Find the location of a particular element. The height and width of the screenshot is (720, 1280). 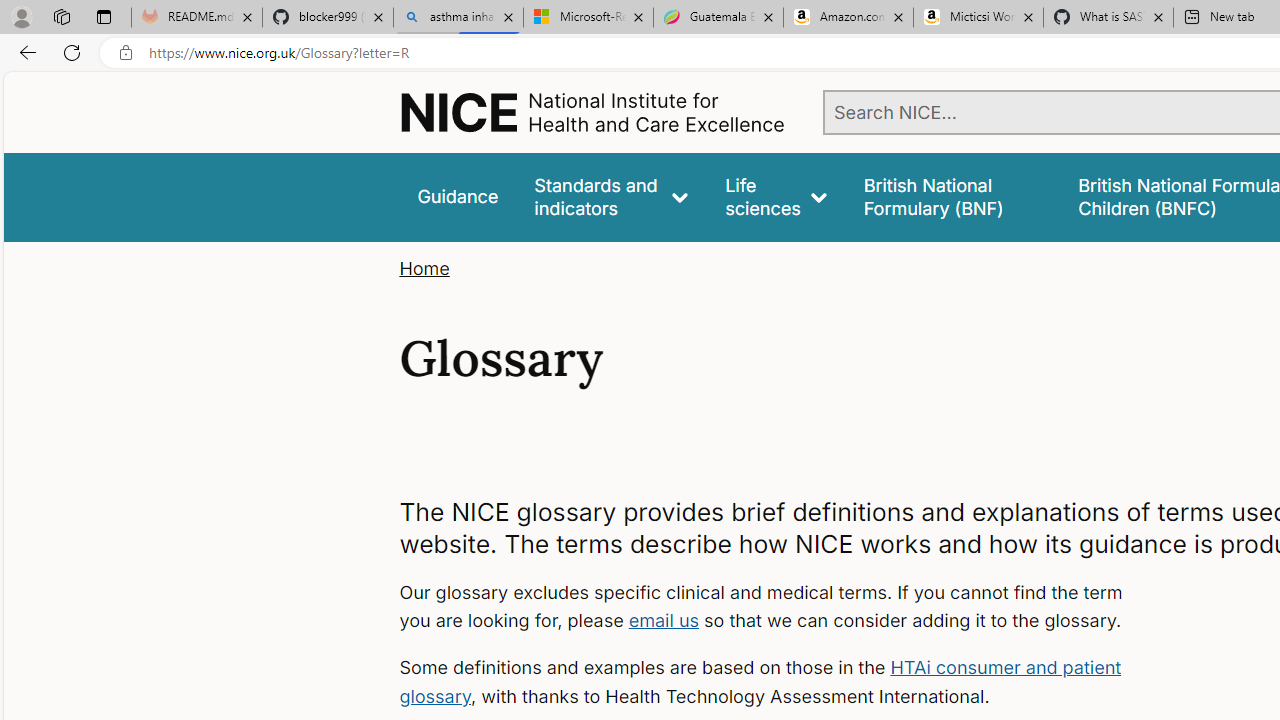

'Life sciences' is located at coordinates (775, 197).